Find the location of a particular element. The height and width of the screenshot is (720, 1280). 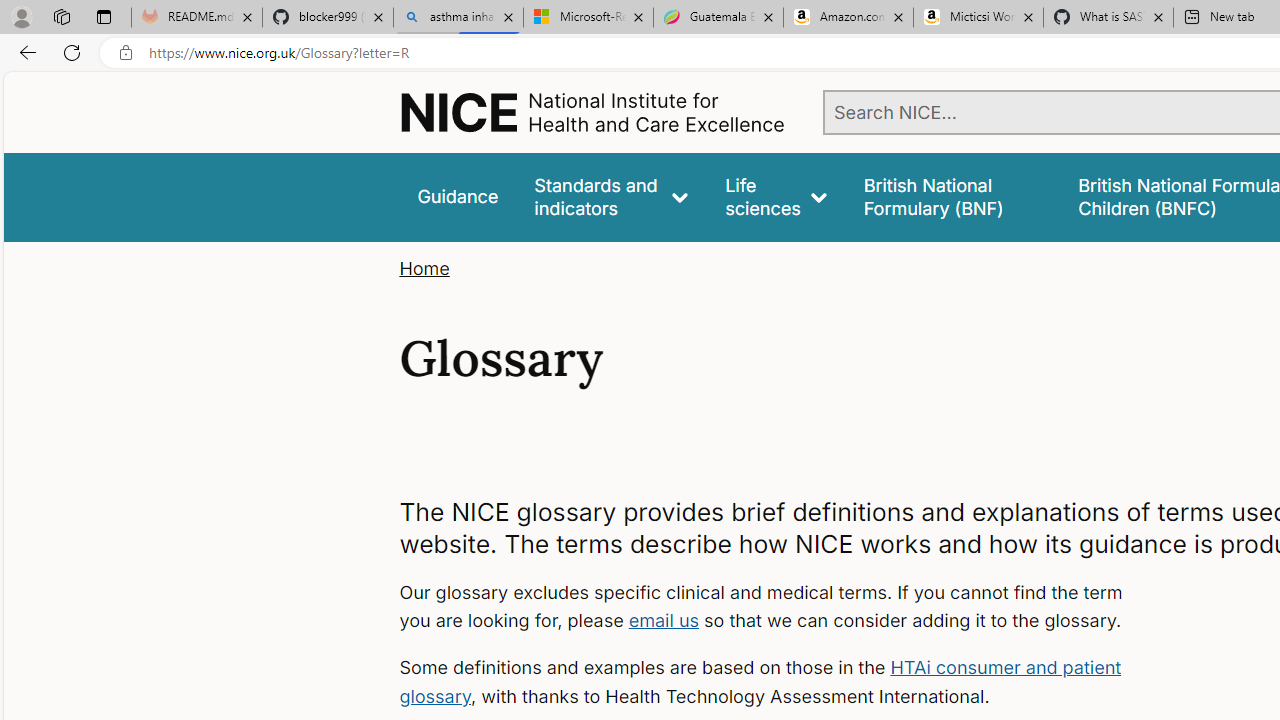

'Life sciences' is located at coordinates (775, 197).